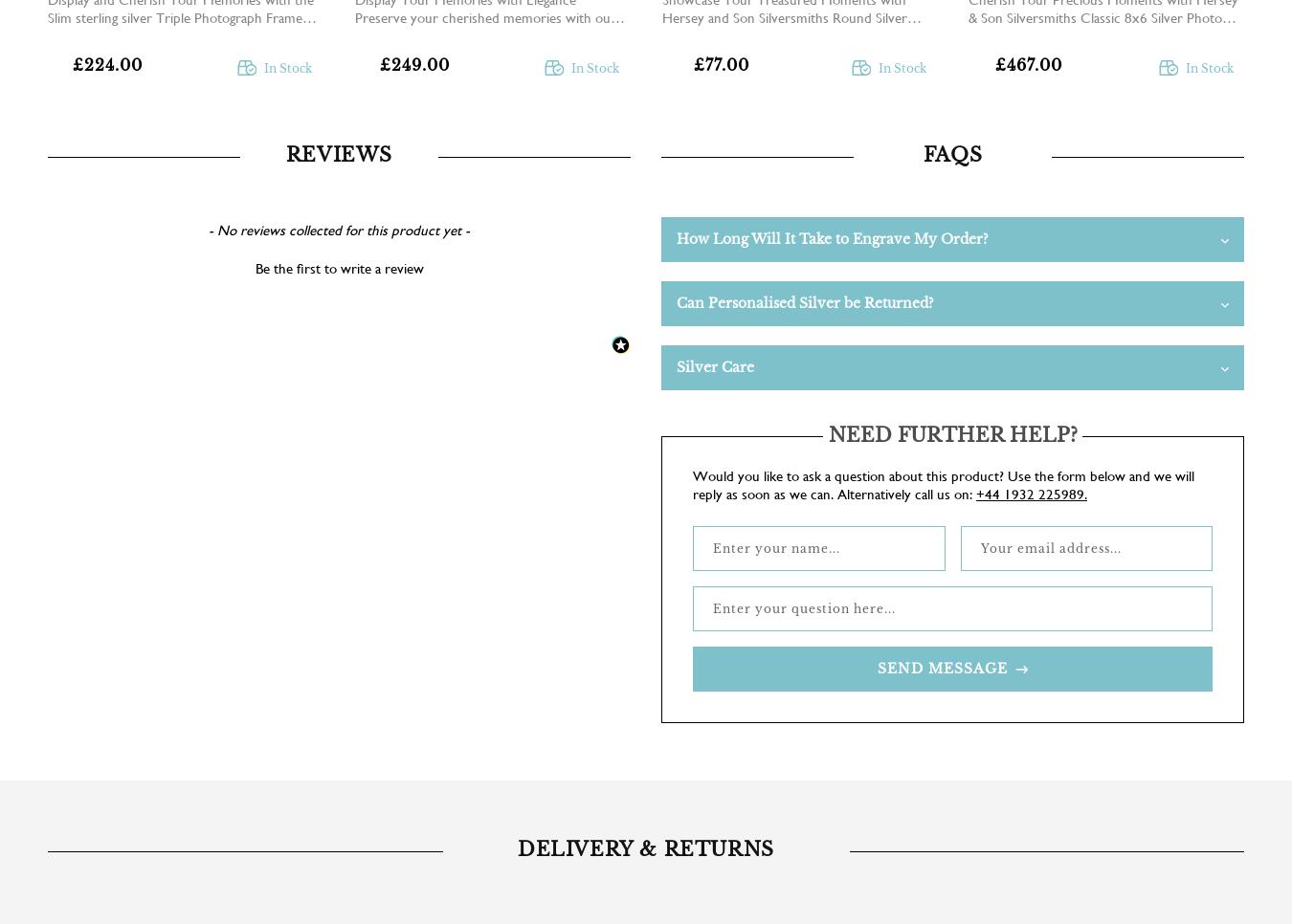 This screenshot has width=1292, height=924. I want to click on 'Enter your name...', so click(776, 547).